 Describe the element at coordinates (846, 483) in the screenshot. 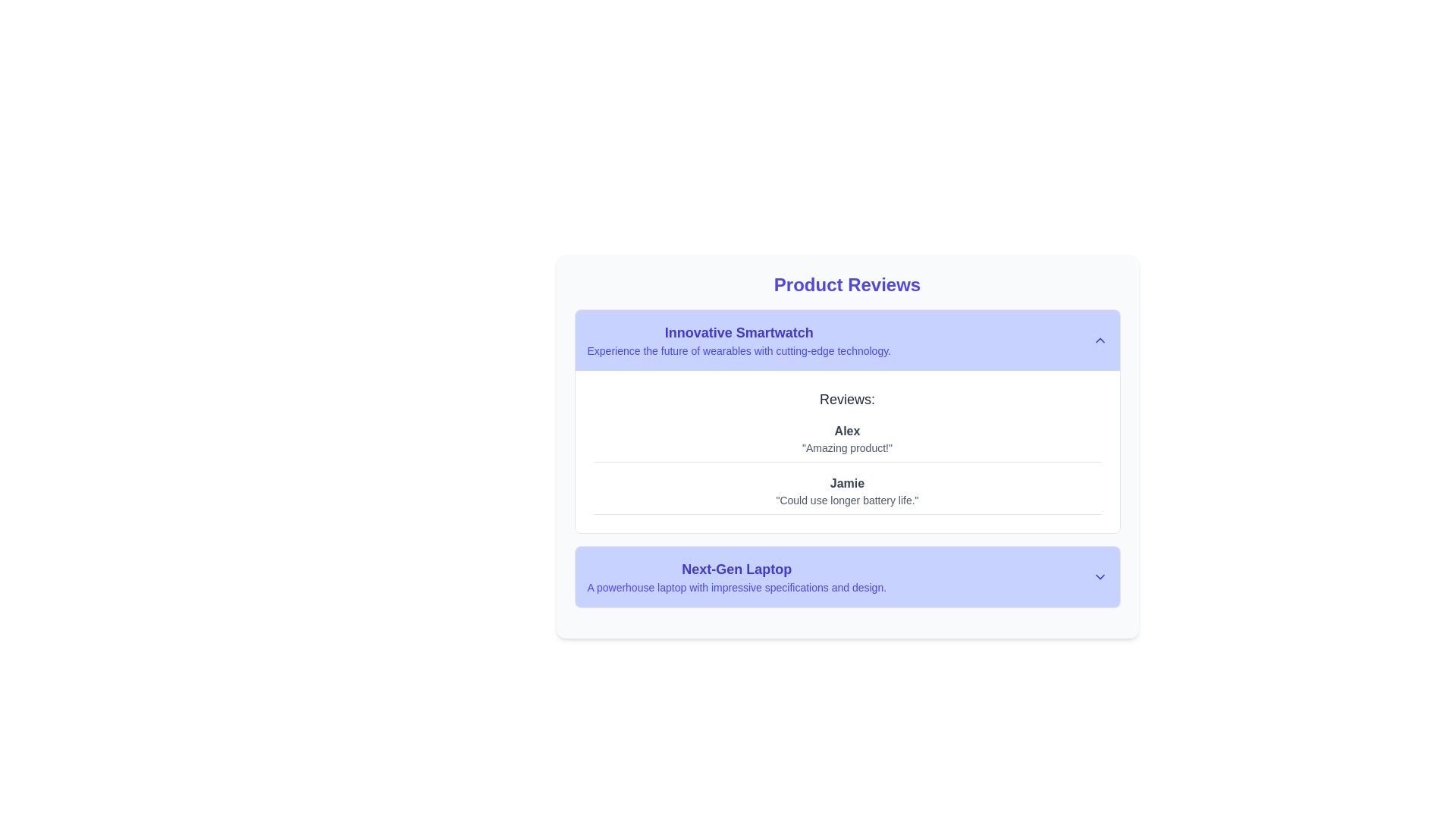

I see `the user name label displaying the review author's name, positioned below the review by 'Alex' and above the comment 'Could use longer battery life.'` at that location.